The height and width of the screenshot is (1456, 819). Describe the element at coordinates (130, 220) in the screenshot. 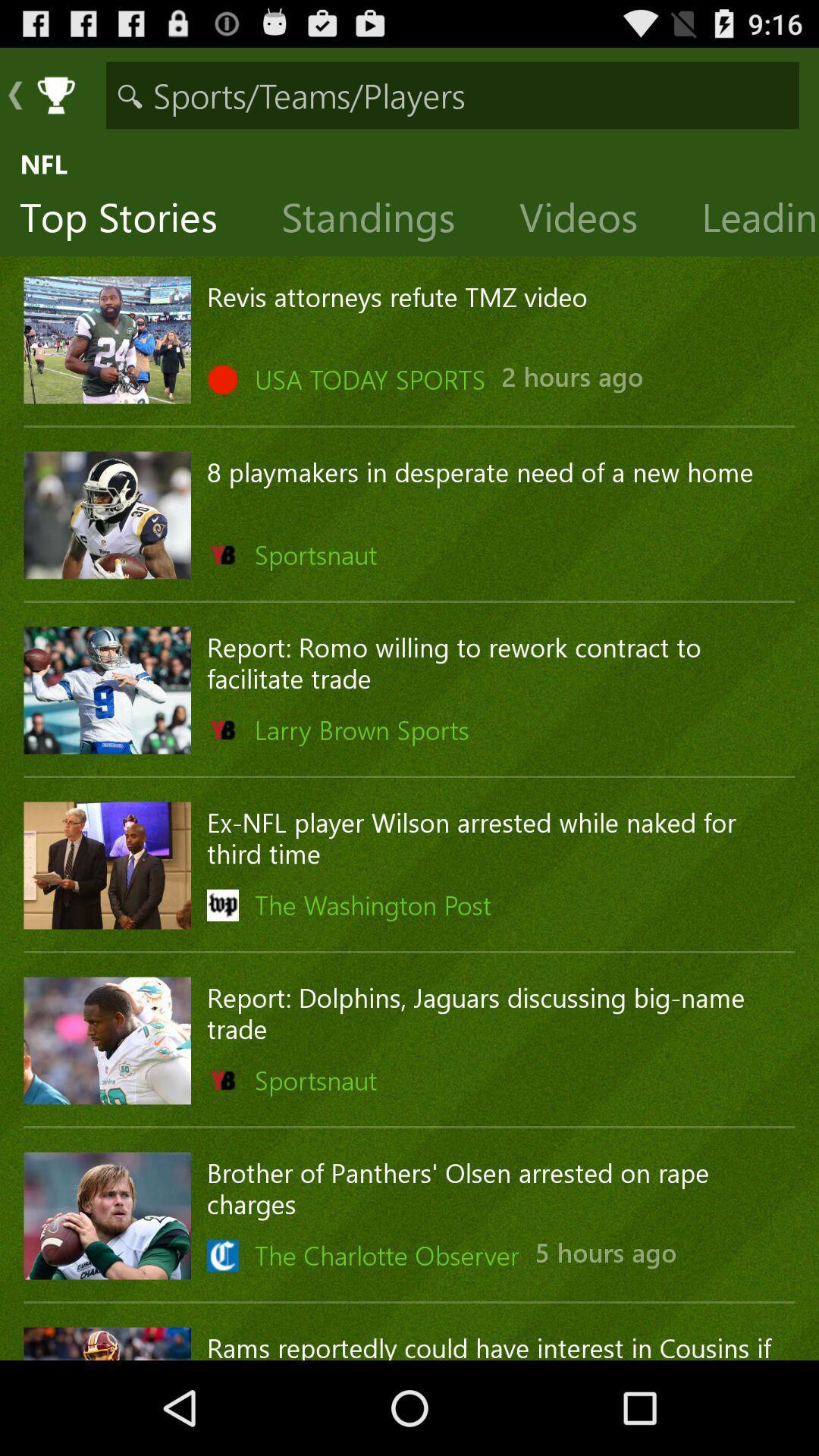

I see `icon next to the standings item` at that location.